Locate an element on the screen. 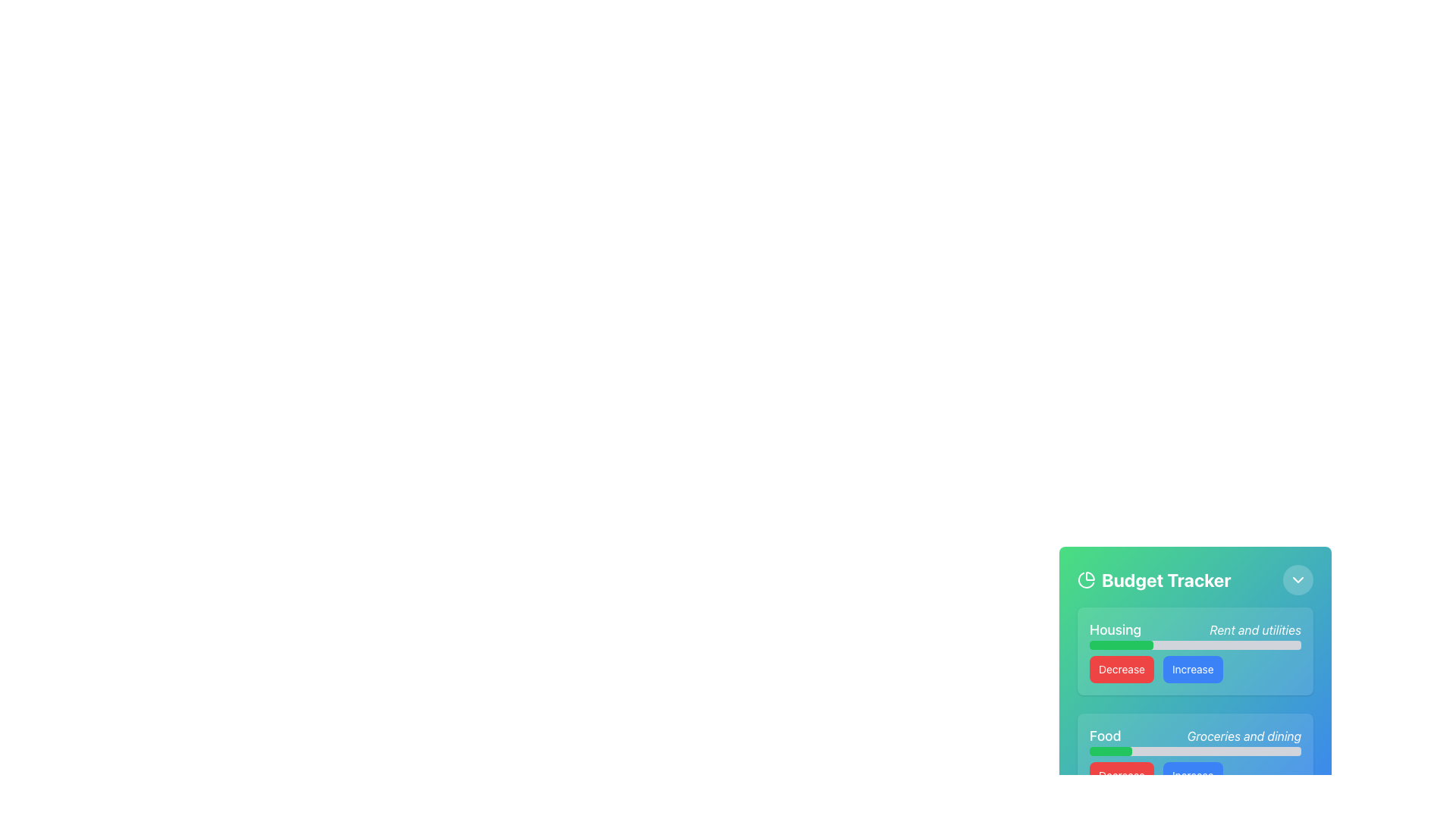 The image size is (1456, 819). the circular pie chart icon with a green background located to the left of the 'Budget Tracker' text is located at coordinates (1086, 579).